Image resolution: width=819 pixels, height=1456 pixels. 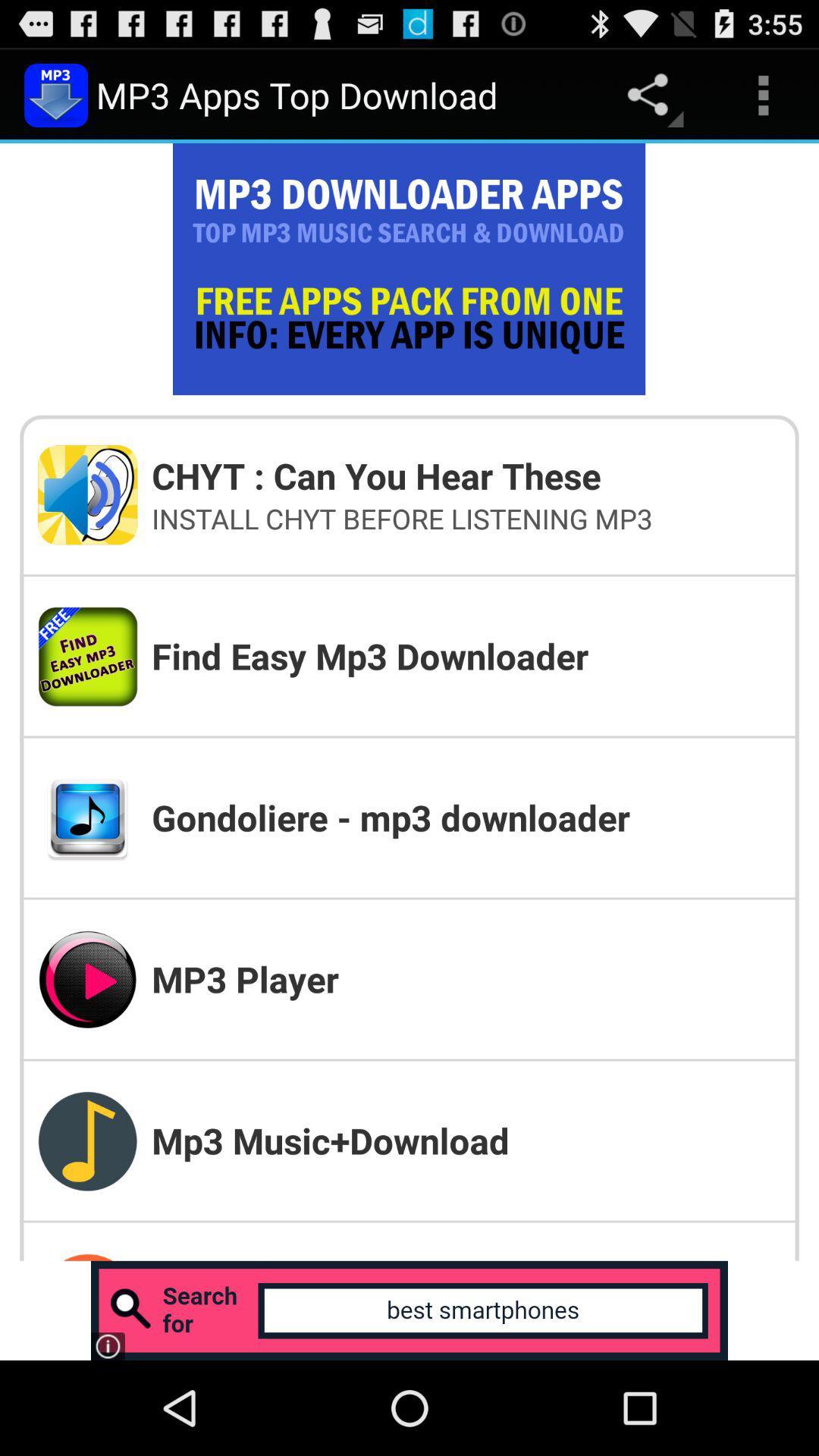 What do you see at coordinates (465, 817) in the screenshot?
I see `gondoliere - mp3 downloader` at bounding box center [465, 817].